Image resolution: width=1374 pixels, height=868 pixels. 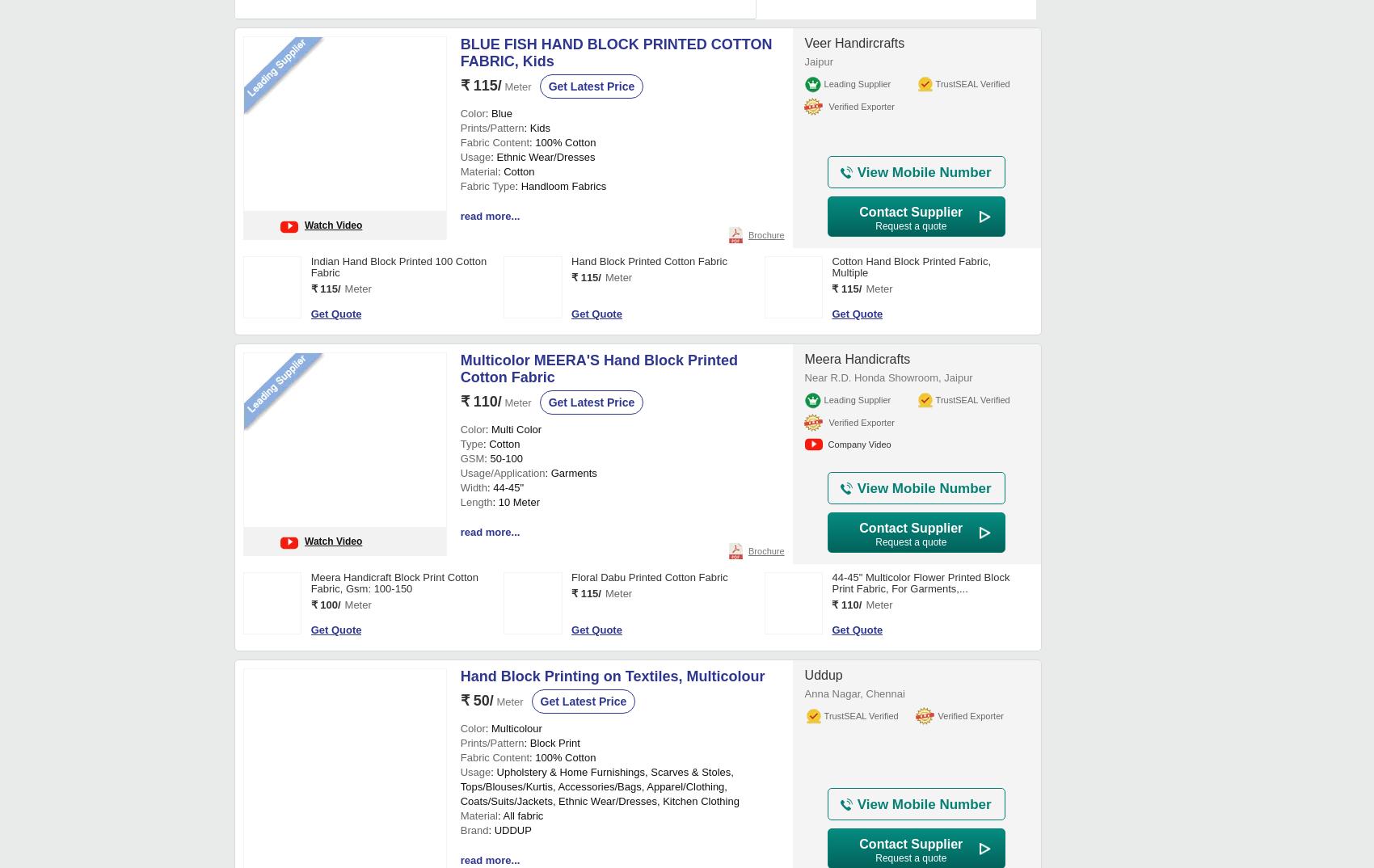 What do you see at coordinates (803, 377) in the screenshot?
I see `'Near R.D. Honda Showroom, Jaipur'` at bounding box center [803, 377].